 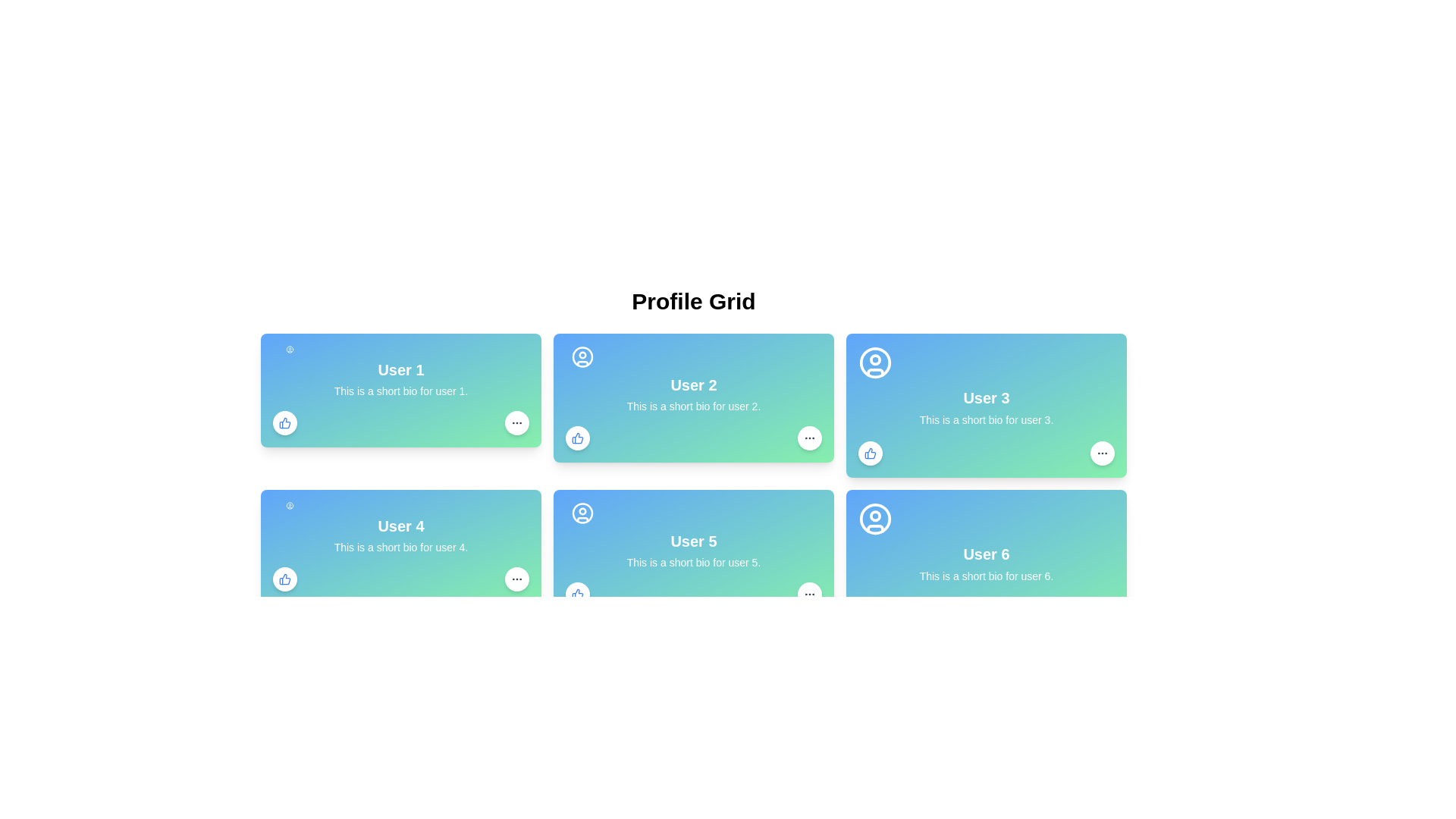 I want to click on the thumbs-up icon button located at the lower-left corner of the card labeled 'User 5' to express approval, so click(x=577, y=593).